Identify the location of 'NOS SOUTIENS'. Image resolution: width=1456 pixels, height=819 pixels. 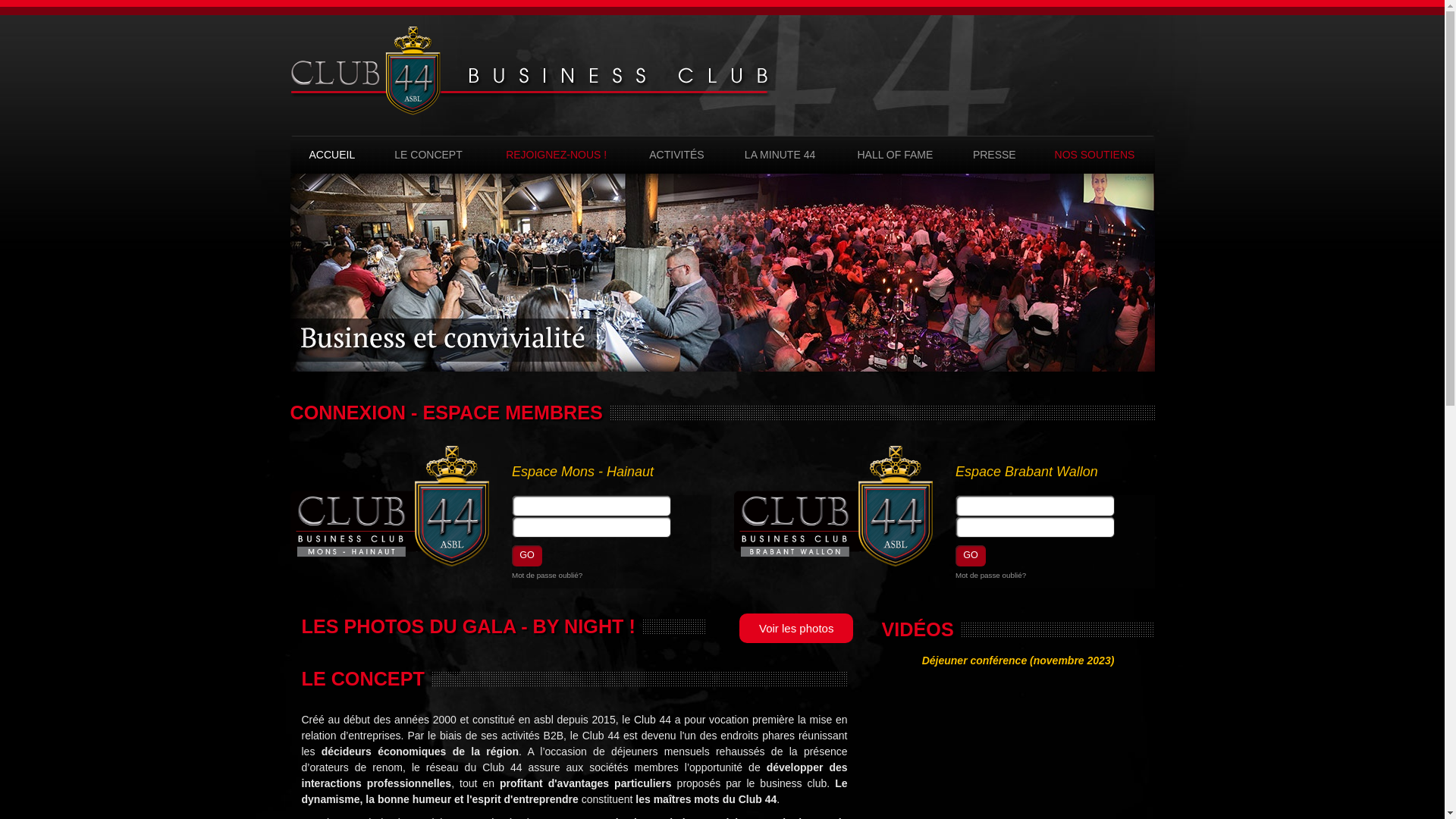
(1044, 155).